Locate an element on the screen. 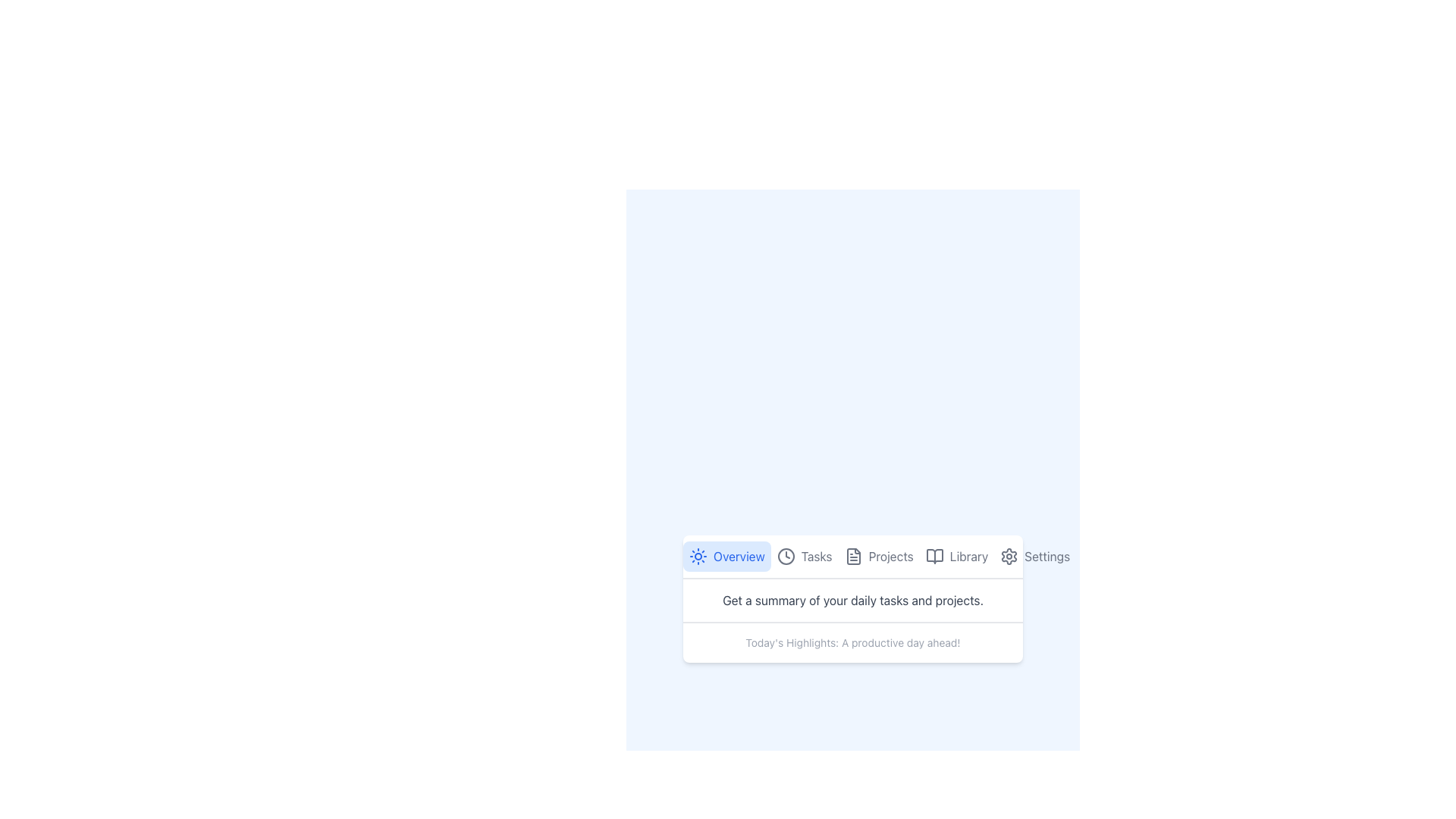 This screenshot has width=1456, height=819. the 'Library' button, which is a horizontally rectangular button featuring an open book icon and the text 'Library', located in the navigation bar is located at coordinates (956, 556).